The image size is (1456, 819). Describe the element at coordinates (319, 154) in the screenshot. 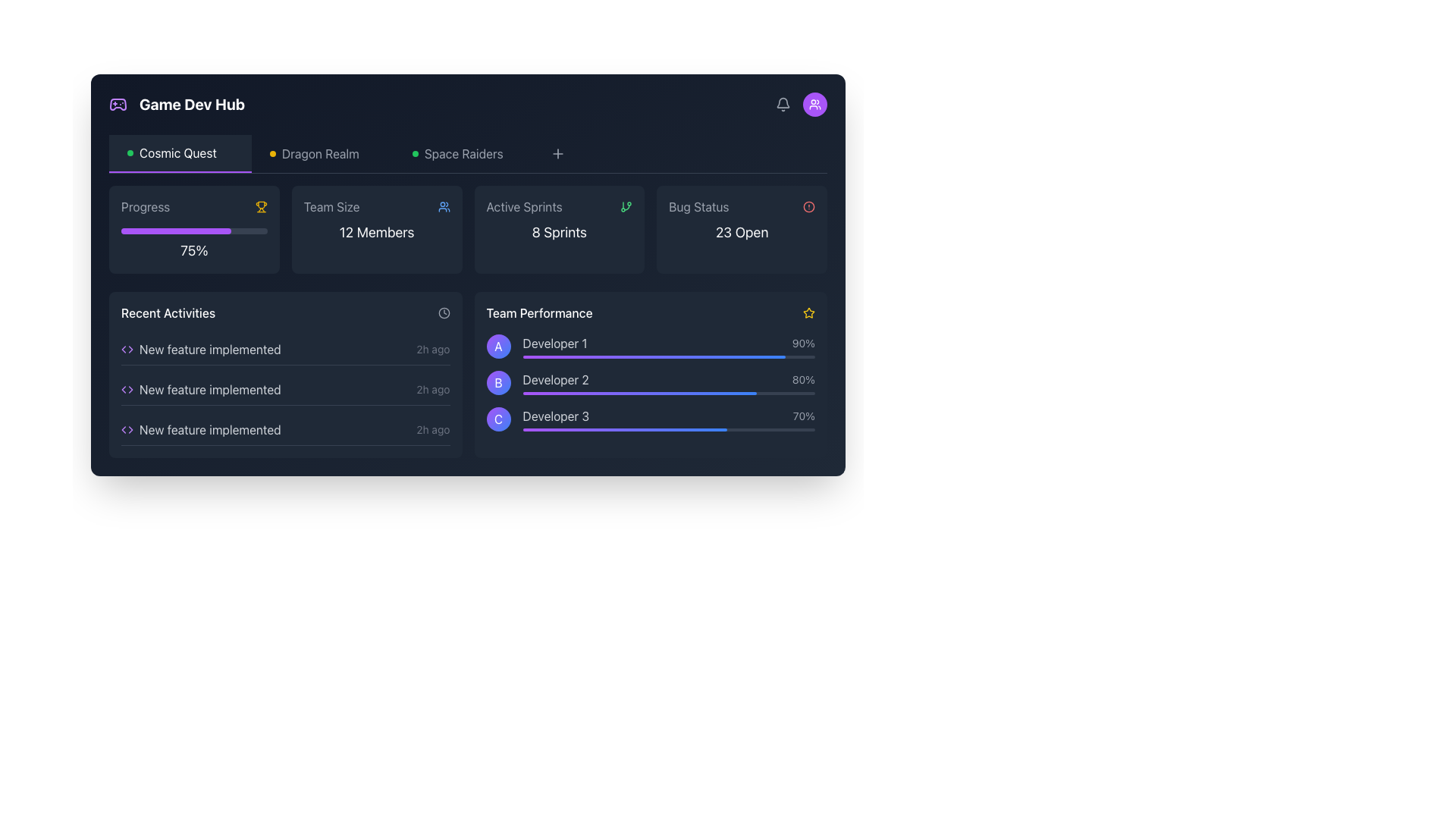

I see `the 'Dragon Realm' text label, which is styled in a standard font and appears in a horizontal layout next to a small yellow circular notification icon` at that location.